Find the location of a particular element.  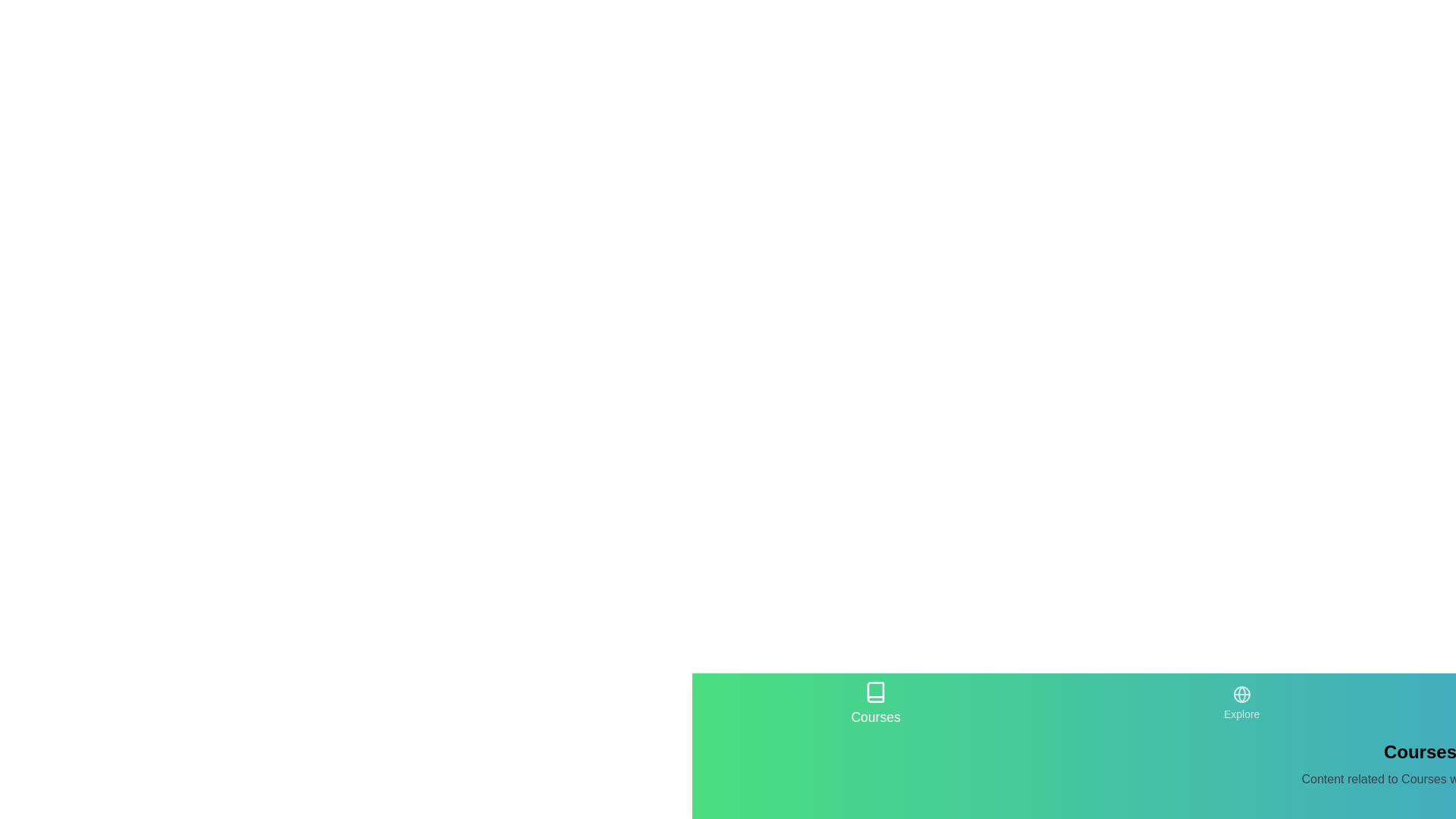

the Courses tab by clicking on its icon or label is located at coordinates (876, 704).